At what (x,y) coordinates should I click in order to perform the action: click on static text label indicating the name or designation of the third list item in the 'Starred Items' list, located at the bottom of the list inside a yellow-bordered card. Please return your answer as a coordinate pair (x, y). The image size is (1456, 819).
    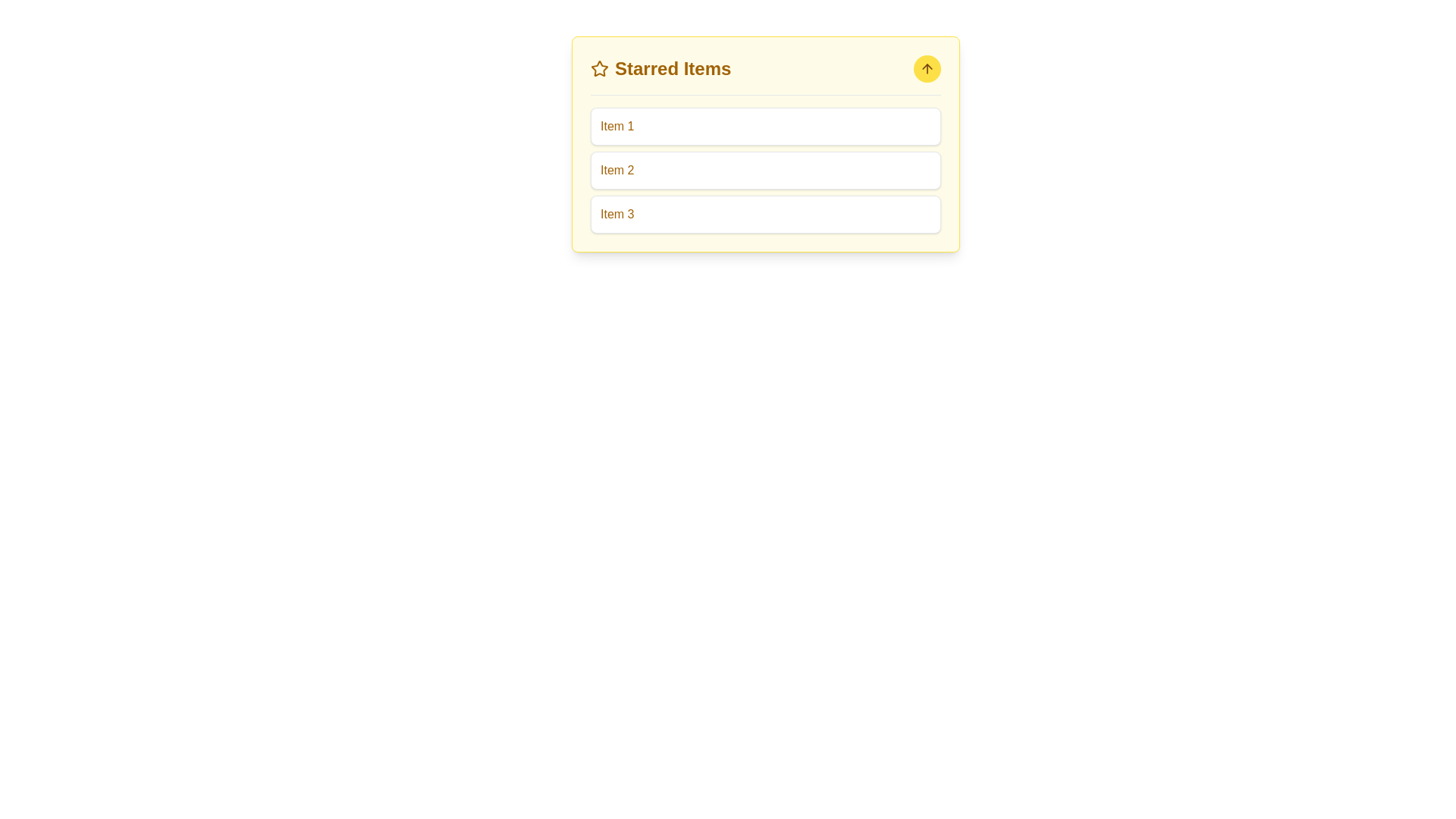
    Looking at the image, I should click on (617, 214).